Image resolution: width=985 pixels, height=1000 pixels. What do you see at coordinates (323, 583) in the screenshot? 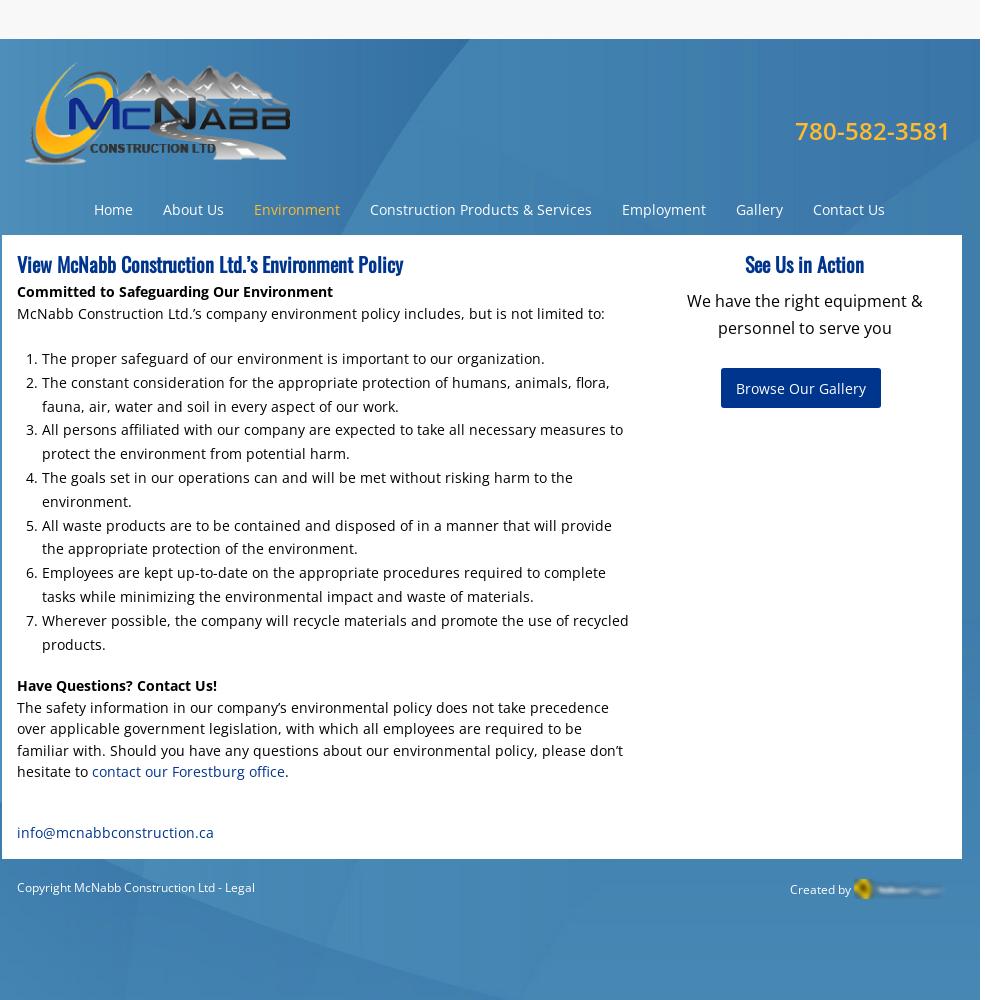
I see `'Employees are kept up-to-date on the appropriate procedures required to complete tasks while minimizing the environmental impact and waste of materials.'` at bounding box center [323, 583].